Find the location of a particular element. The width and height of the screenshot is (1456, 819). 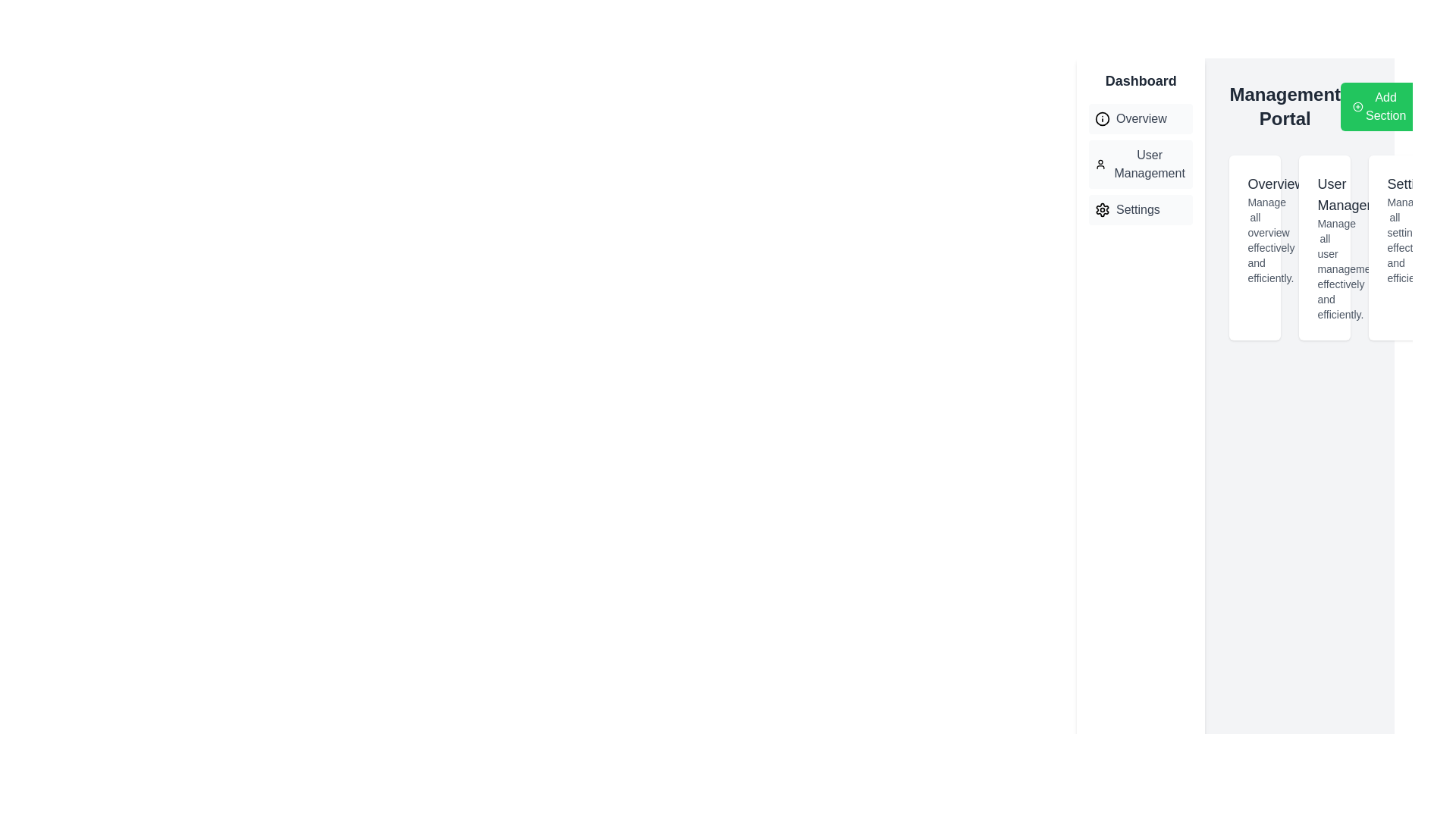

the 'Settings' text label, which is a prominent dark gray label styled with a medium font size, located at the top of a card-like section is located at coordinates (1395, 184).